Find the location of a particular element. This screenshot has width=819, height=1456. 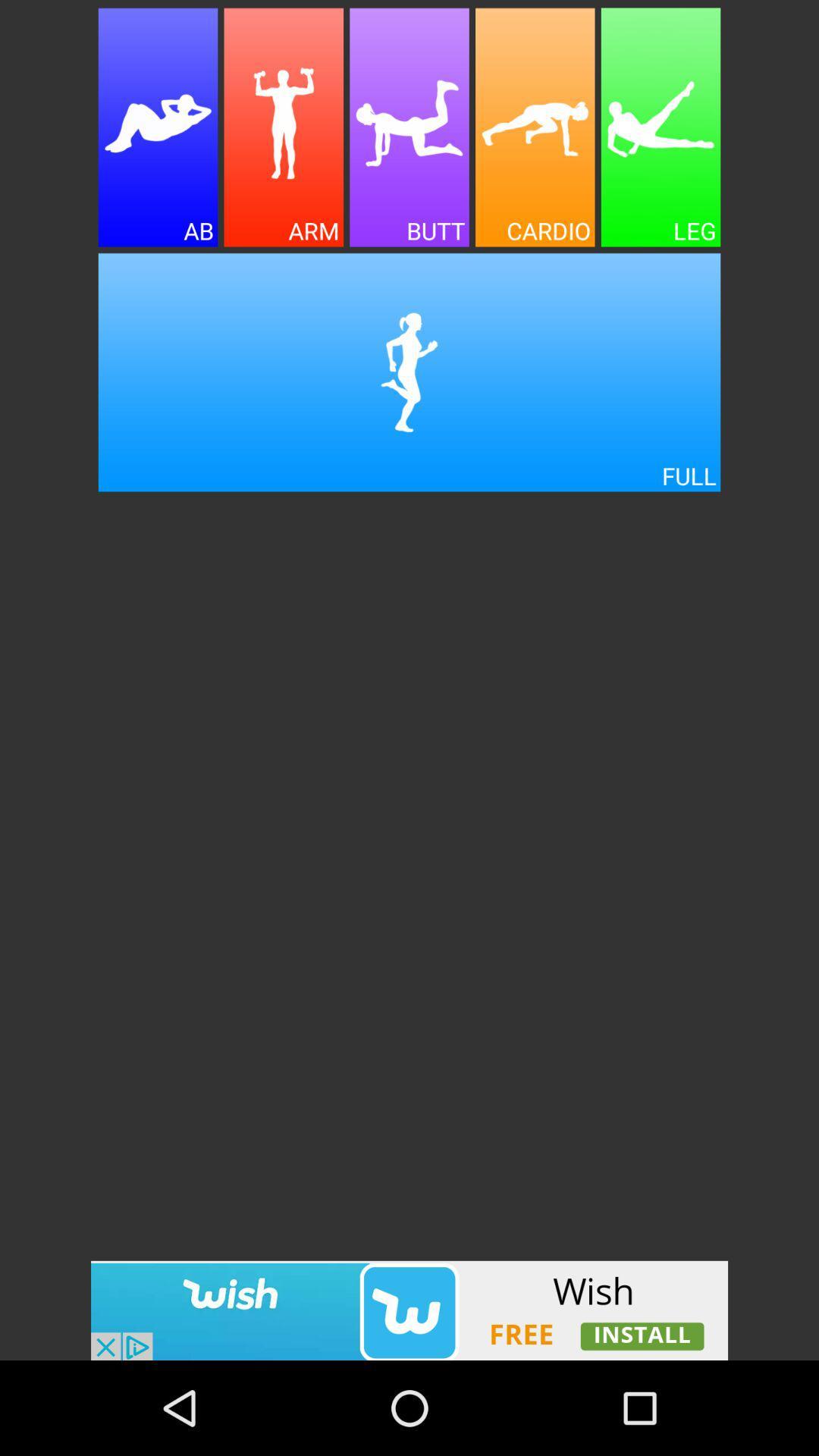

open advertisement is located at coordinates (409, 1310).